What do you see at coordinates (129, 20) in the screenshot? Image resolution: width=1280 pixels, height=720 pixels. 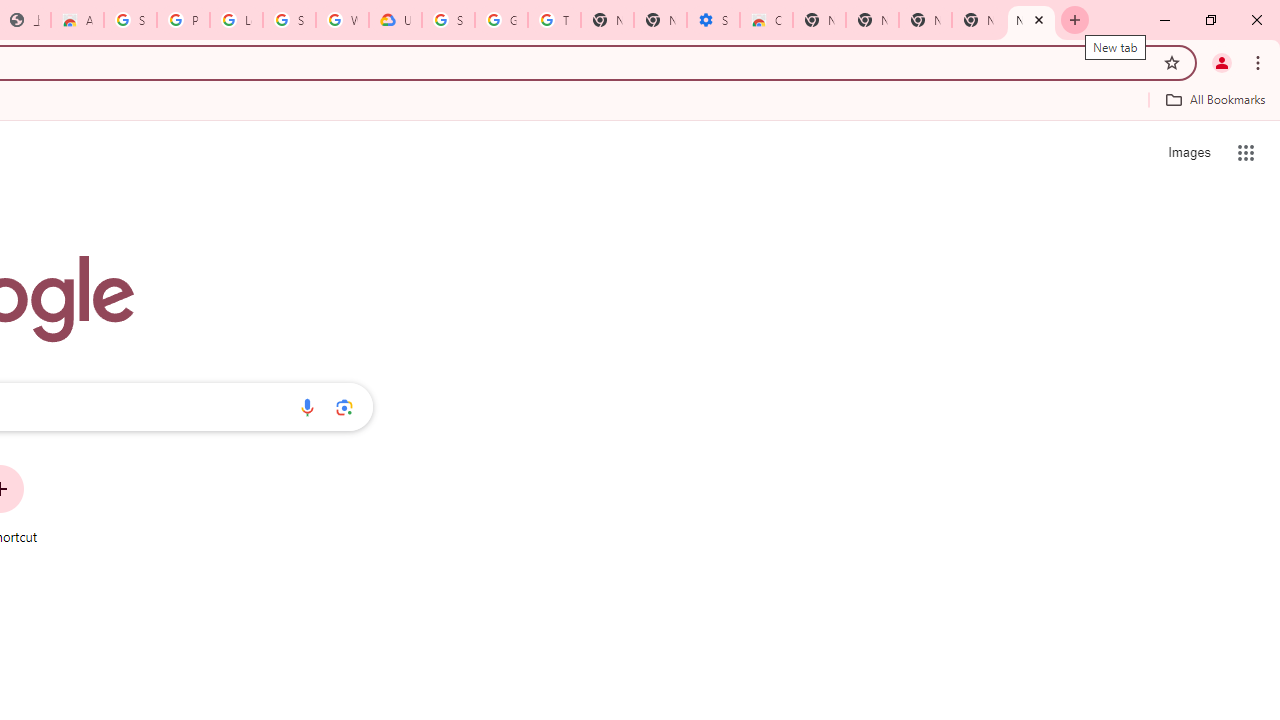 I see `'Sign in - Google Accounts'` at bounding box center [129, 20].